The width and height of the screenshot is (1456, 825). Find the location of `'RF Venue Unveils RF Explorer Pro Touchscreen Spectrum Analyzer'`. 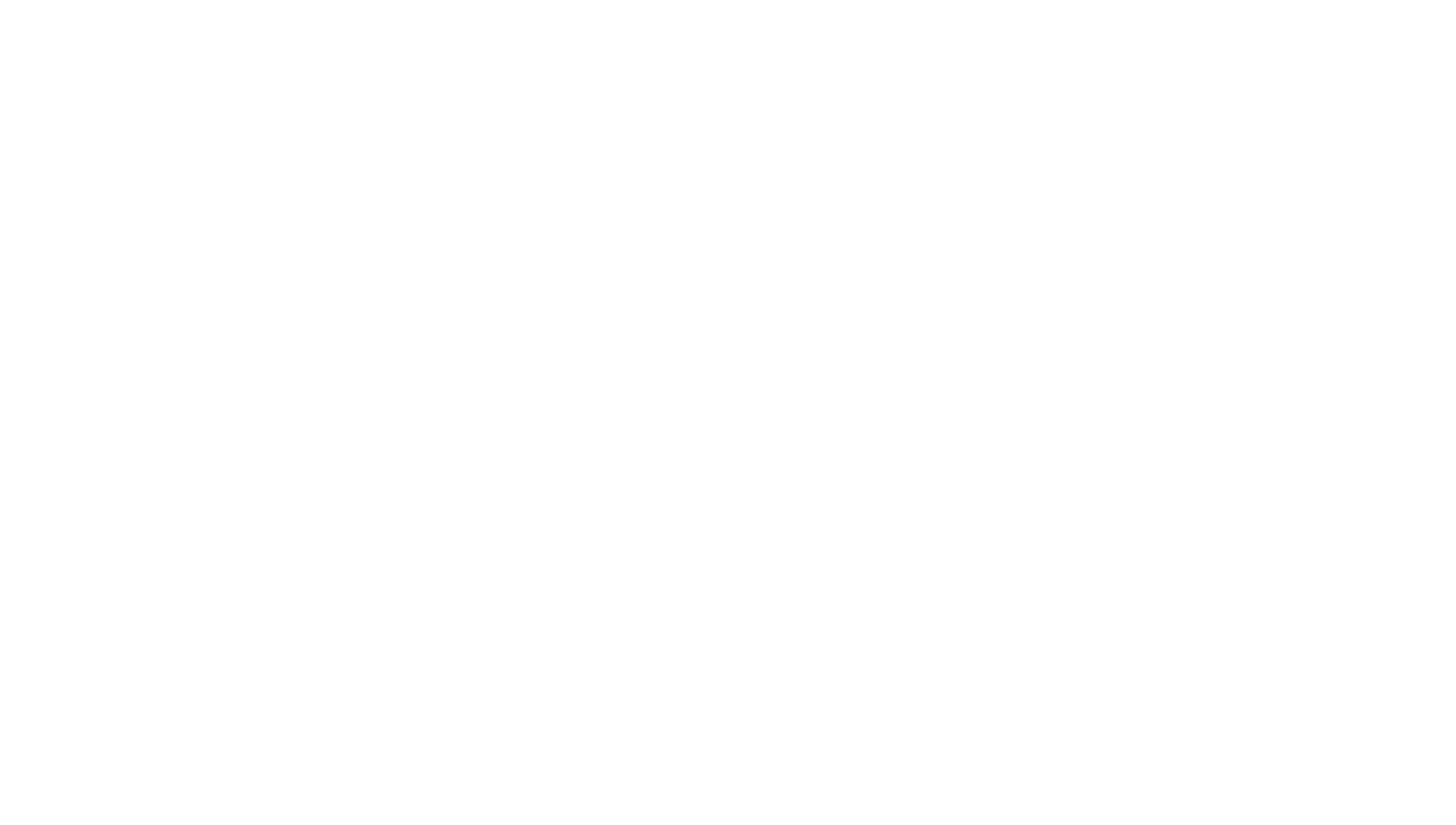

'RF Venue Unveils RF Explorer Pro Touchscreen Spectrum Analyzer' is located at coordinates (480, 323).